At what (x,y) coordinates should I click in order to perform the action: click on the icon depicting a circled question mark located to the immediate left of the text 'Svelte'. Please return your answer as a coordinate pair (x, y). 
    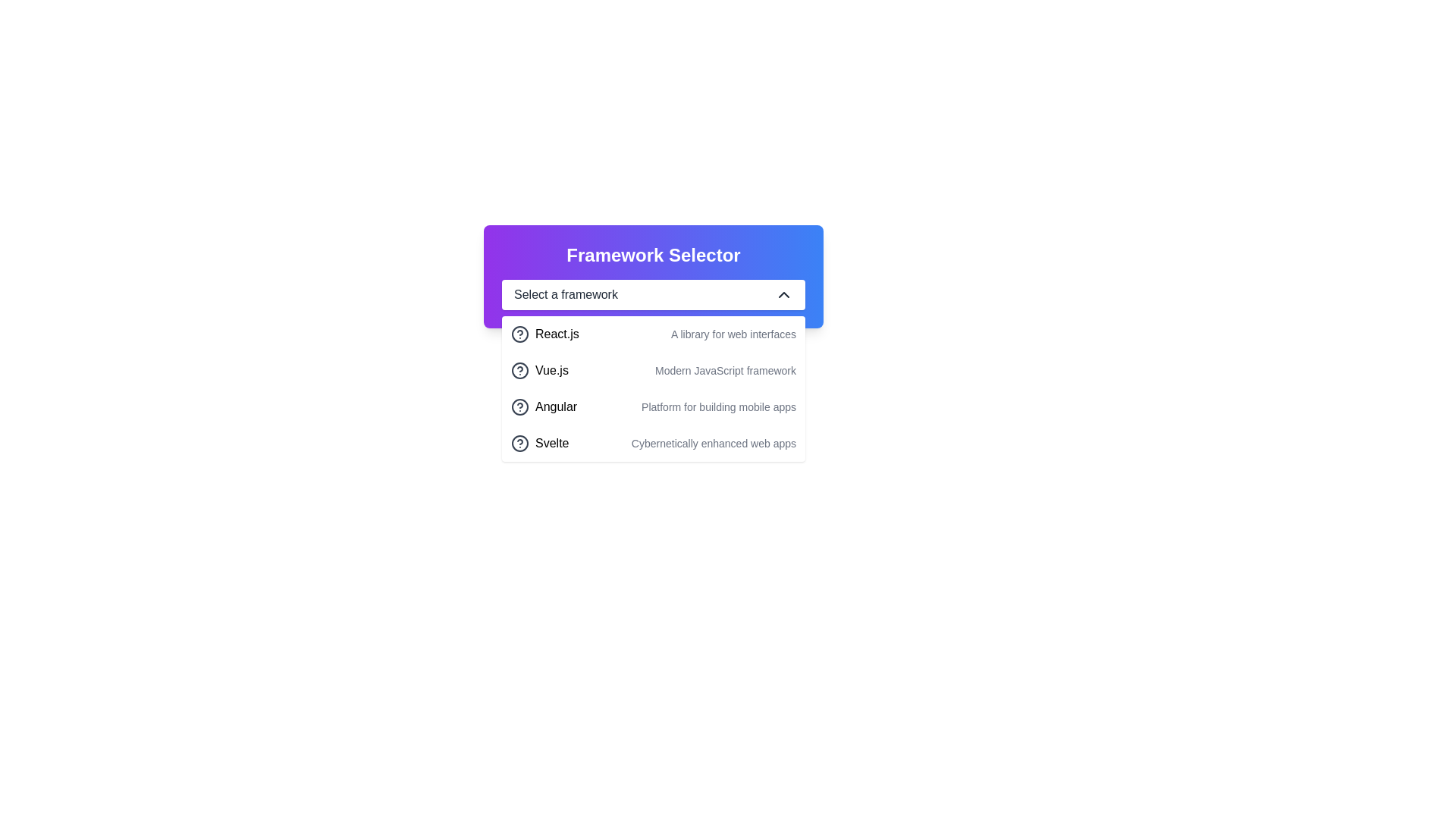
    Looking at the image, I should click on (520, 444).